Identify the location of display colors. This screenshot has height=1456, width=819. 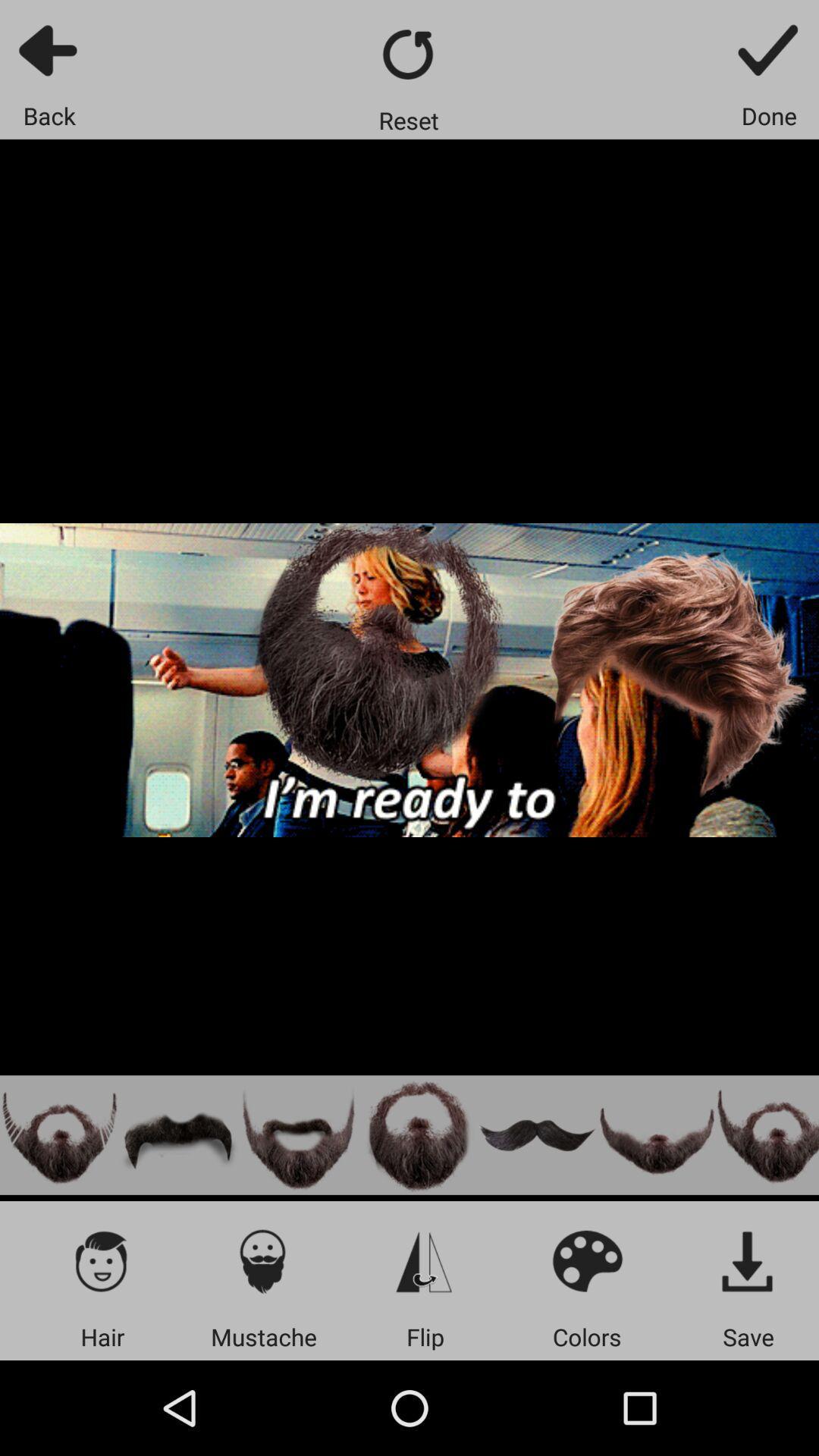
(586, 1260).